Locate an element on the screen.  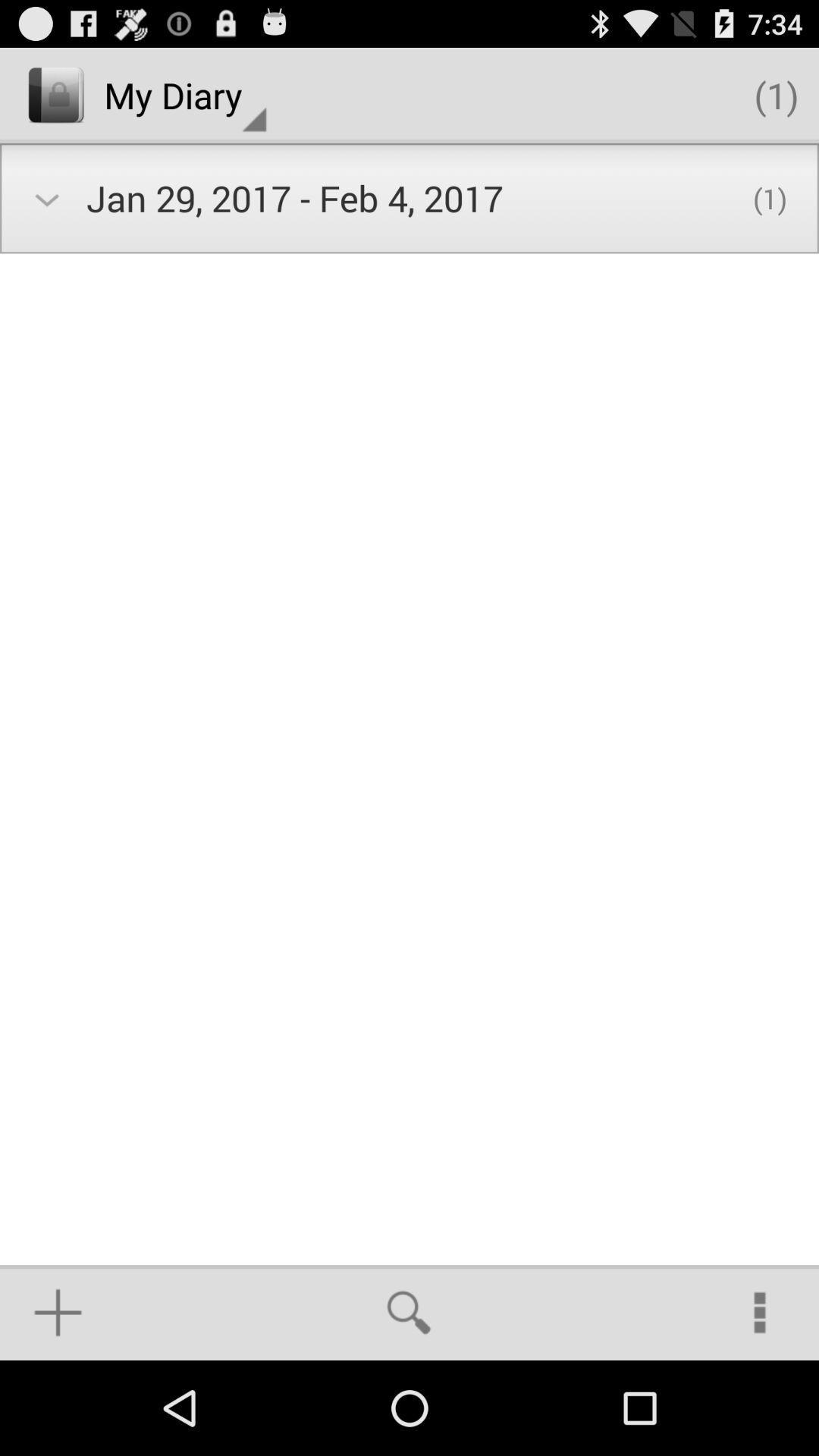
my diary is located at coordinates (184, 94).